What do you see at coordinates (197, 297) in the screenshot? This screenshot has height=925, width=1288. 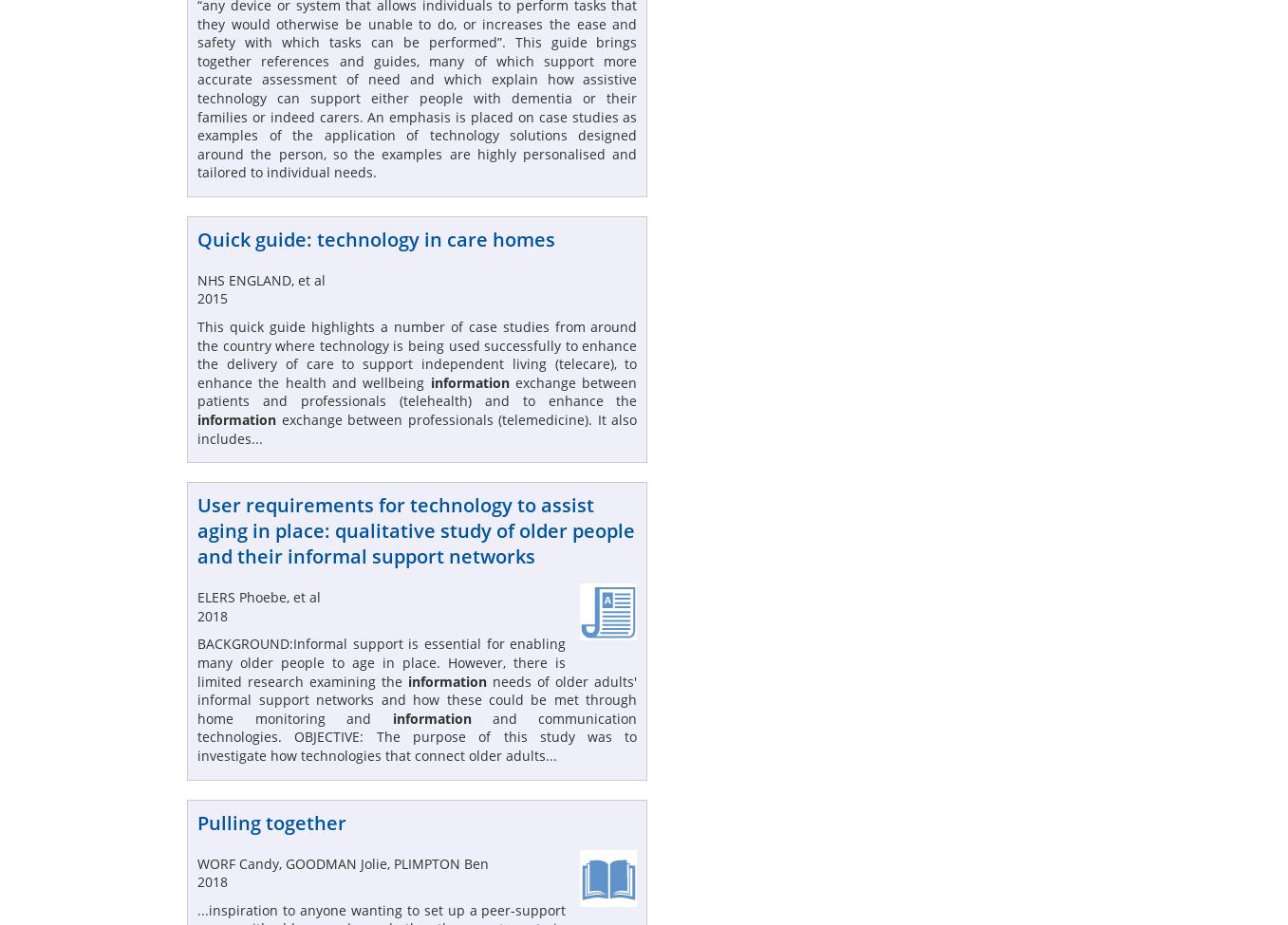 I see `'2015'` at bounding box center [197, 297].